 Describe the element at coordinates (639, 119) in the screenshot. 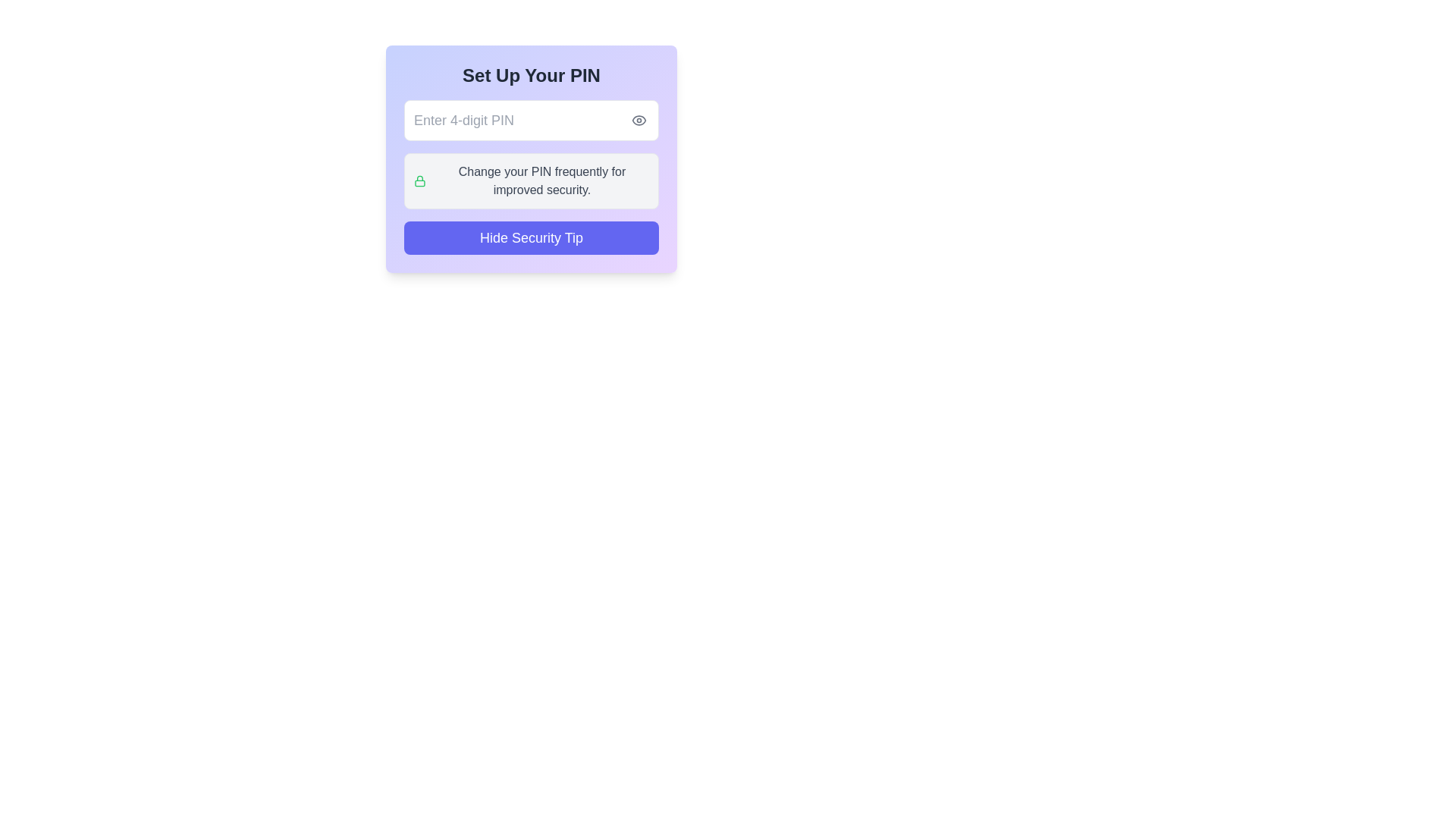

I see `the eye-shaped SVG icon in the top-right corner of the 'Enter 4-digit PIN' input field` at that location.